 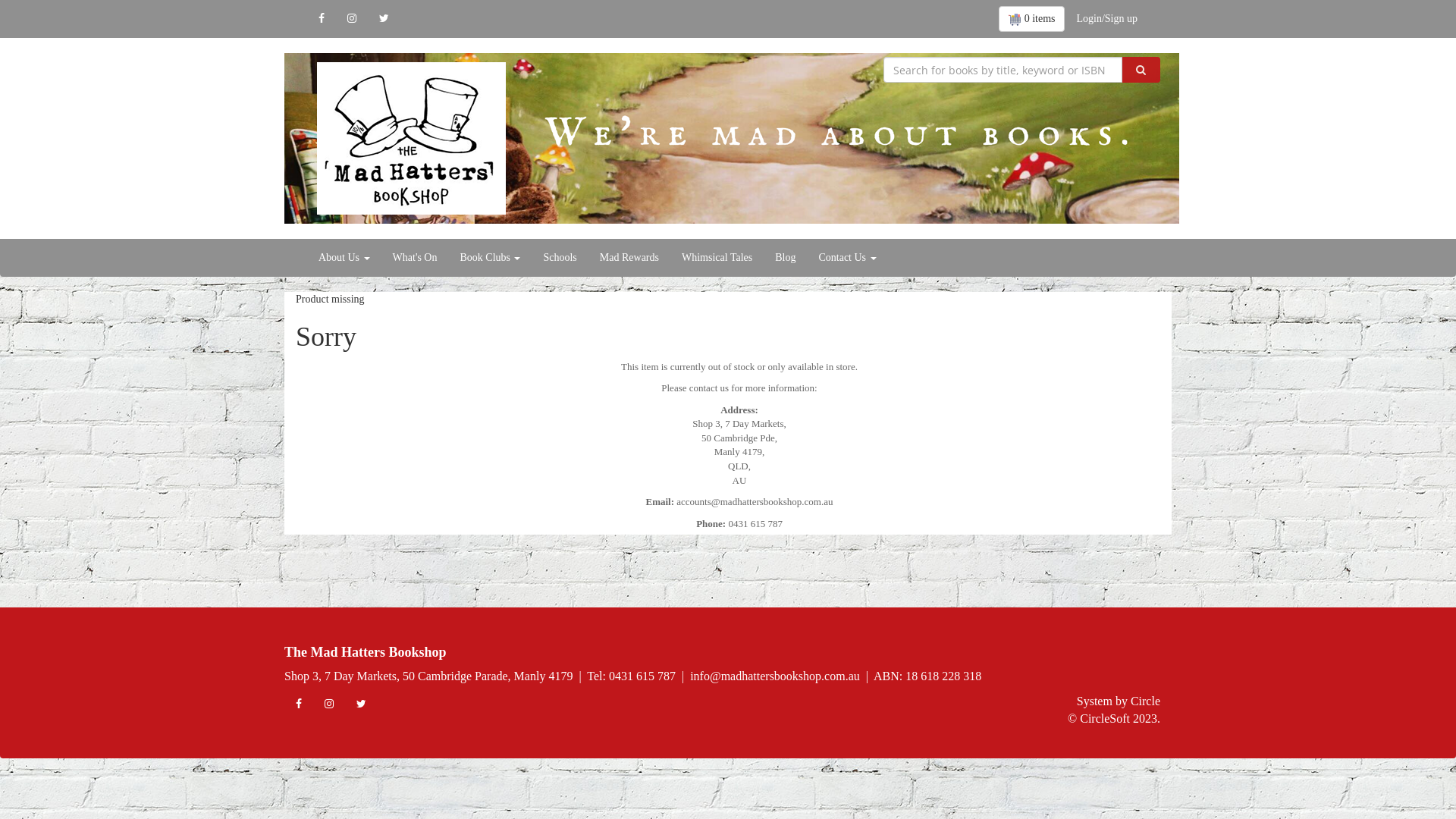 What do you see at coordinates (775, 675) in the screenshot?
I see `'info@madhattersbookshop.com.au'` at bounding box center [775, 675].